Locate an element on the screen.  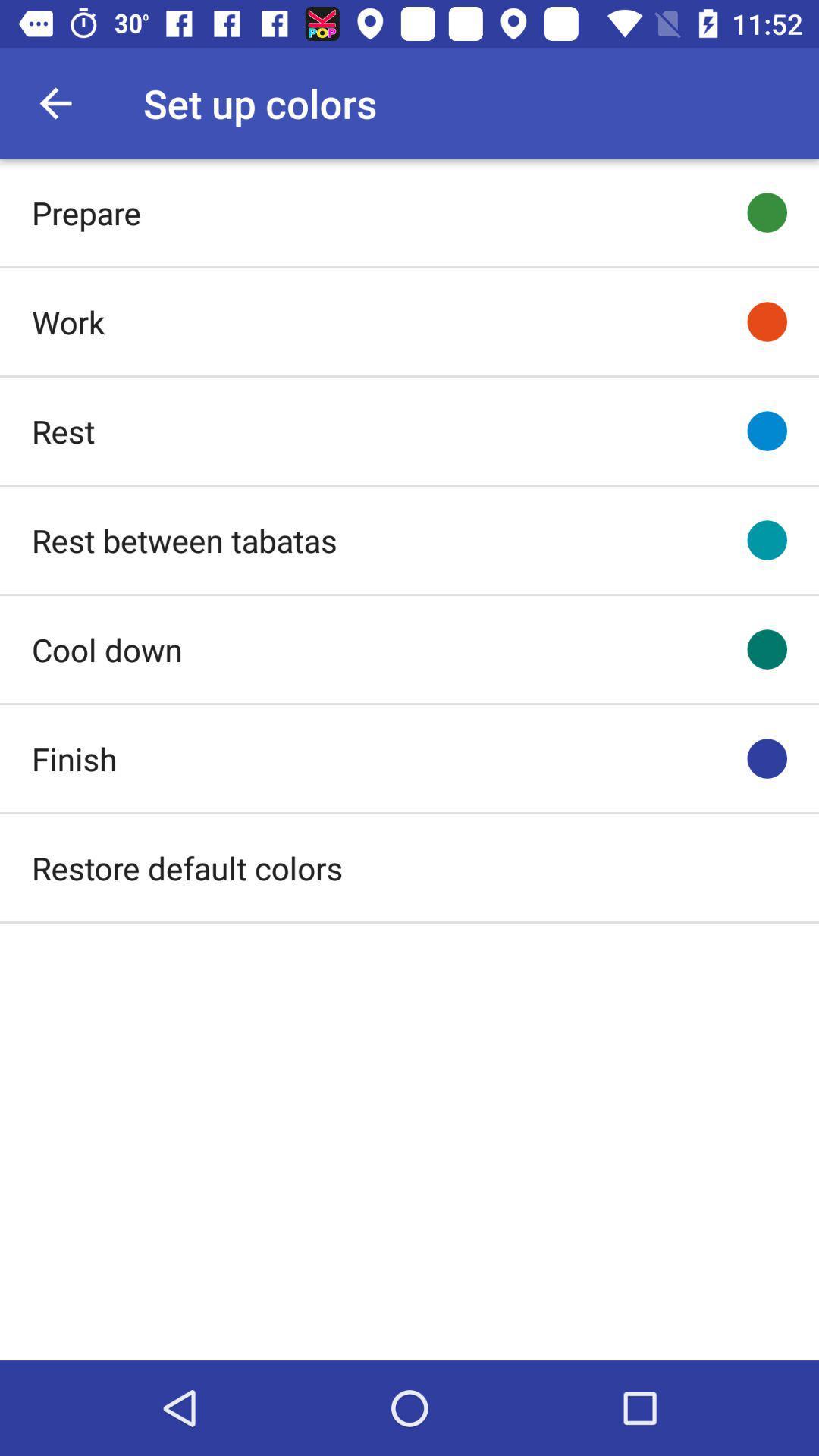
the finish icon is located at coordinates (74, 758).